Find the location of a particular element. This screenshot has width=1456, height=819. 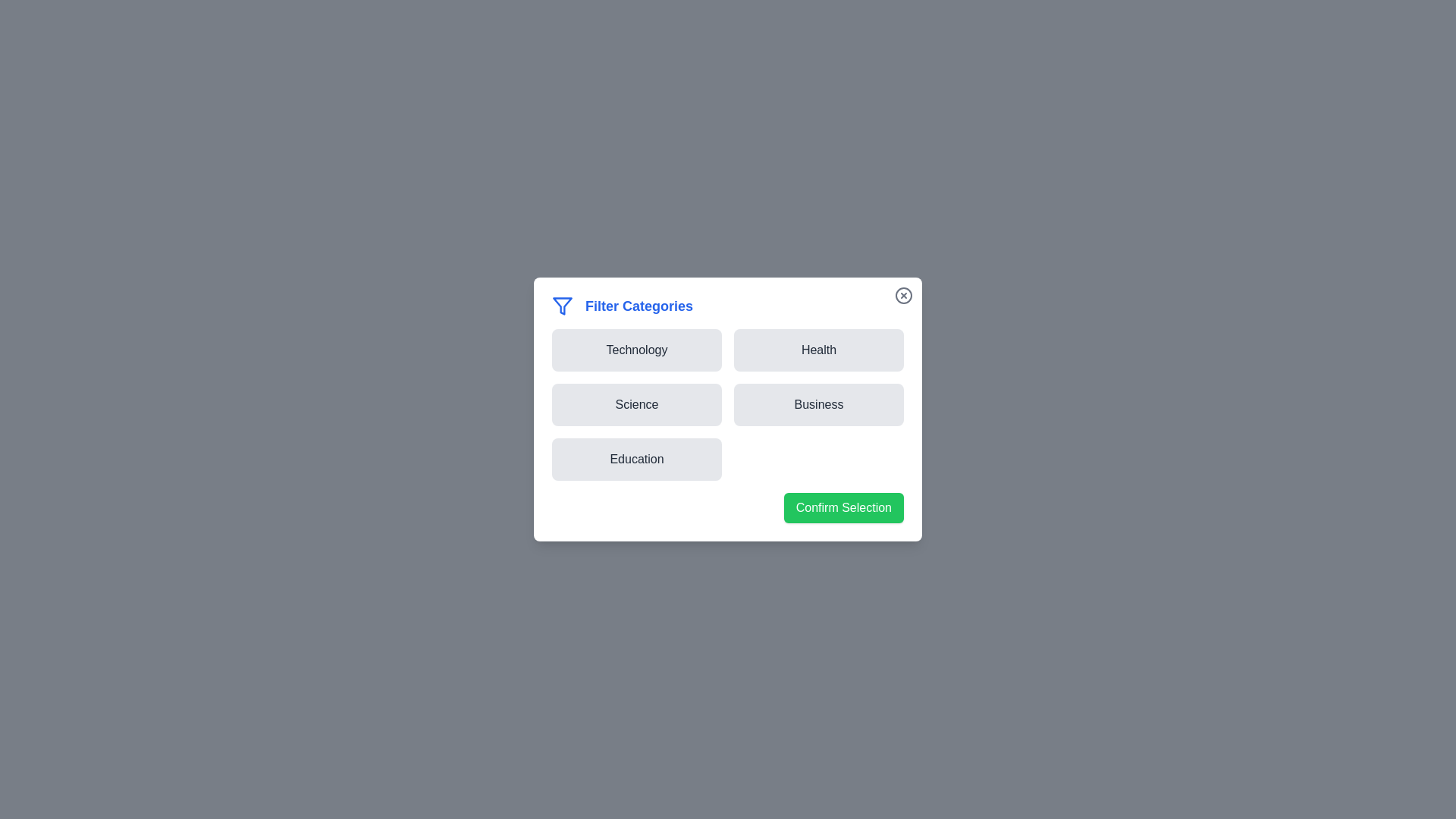

the button corresponding to the category Education is located at coordinates (637, 458).